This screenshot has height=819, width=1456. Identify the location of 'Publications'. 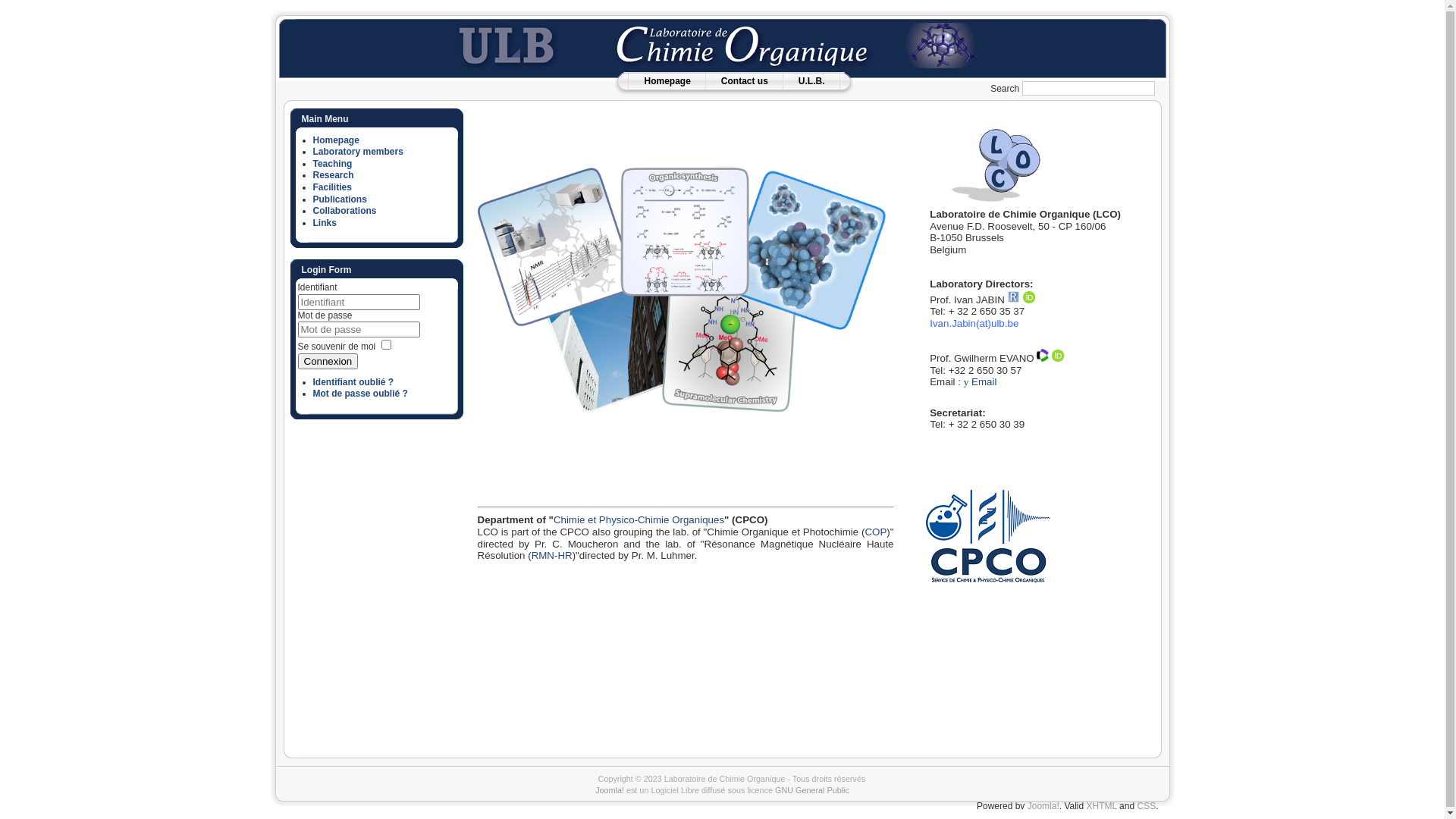
(338, 198).